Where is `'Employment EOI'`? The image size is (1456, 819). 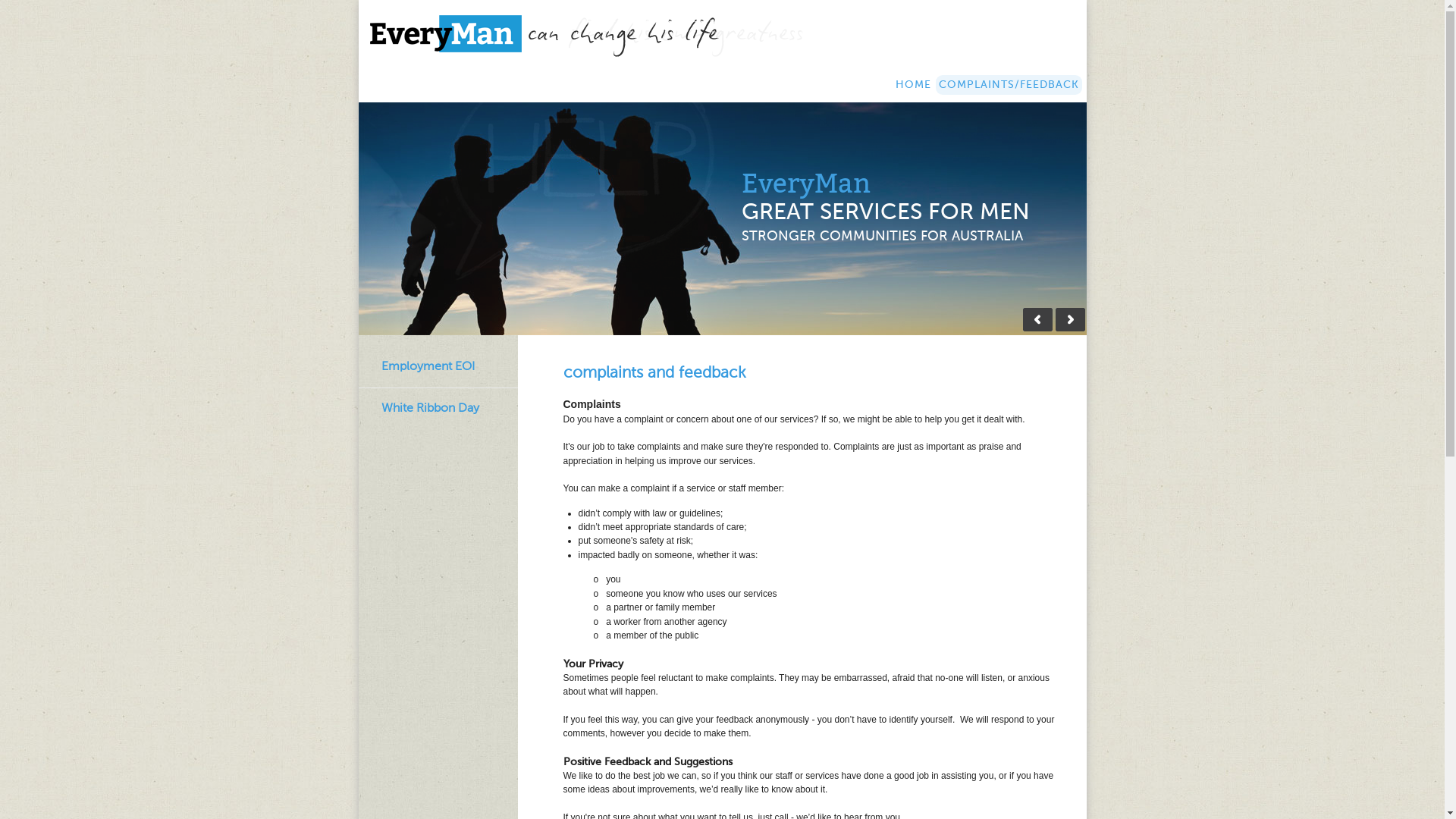 'Employment EOI' is located at coordinates (426, 366).